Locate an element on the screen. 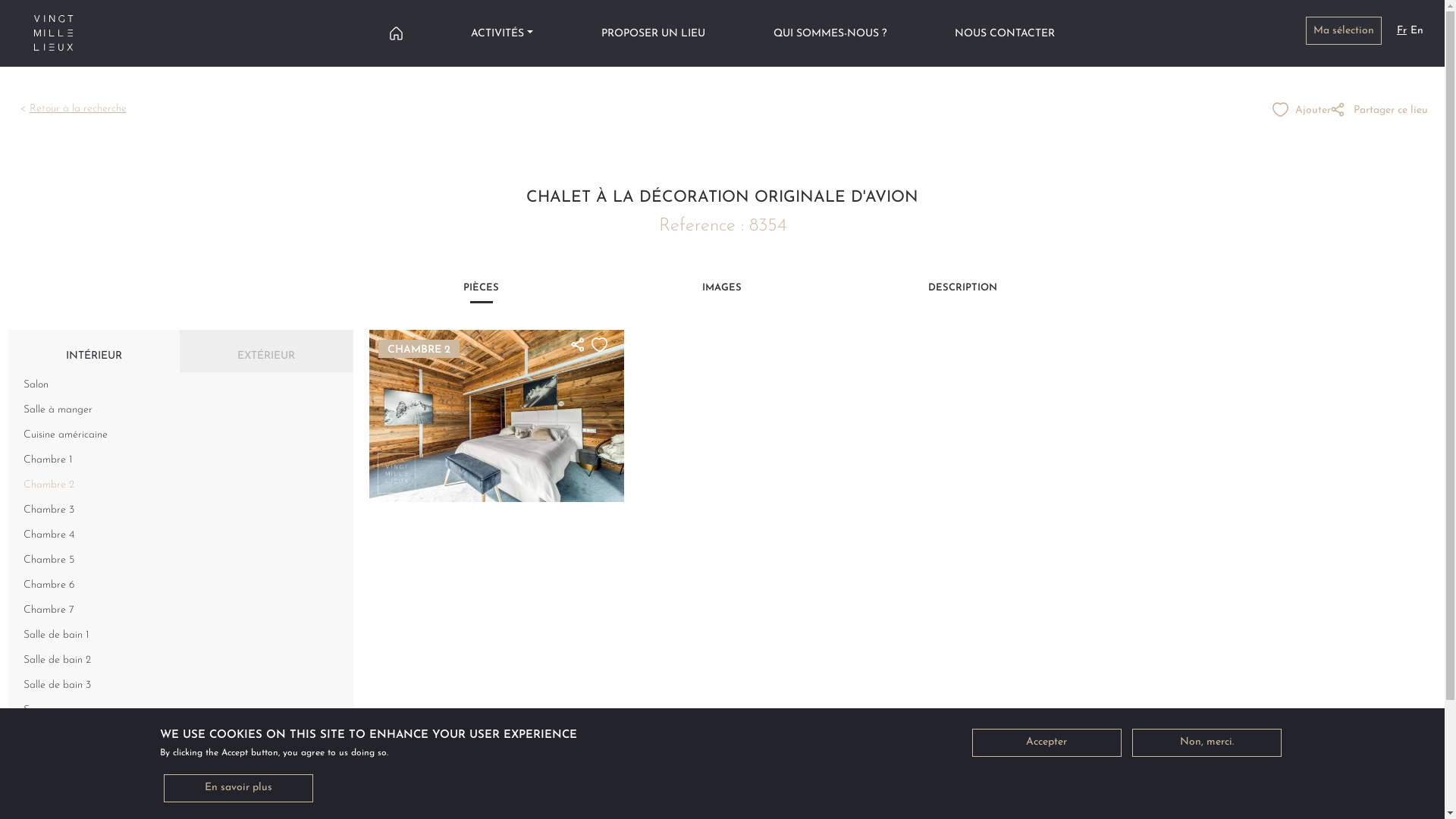 The image size is (1456, 819). 'Partager ce lieu' is located at coordinates (1379, 109).